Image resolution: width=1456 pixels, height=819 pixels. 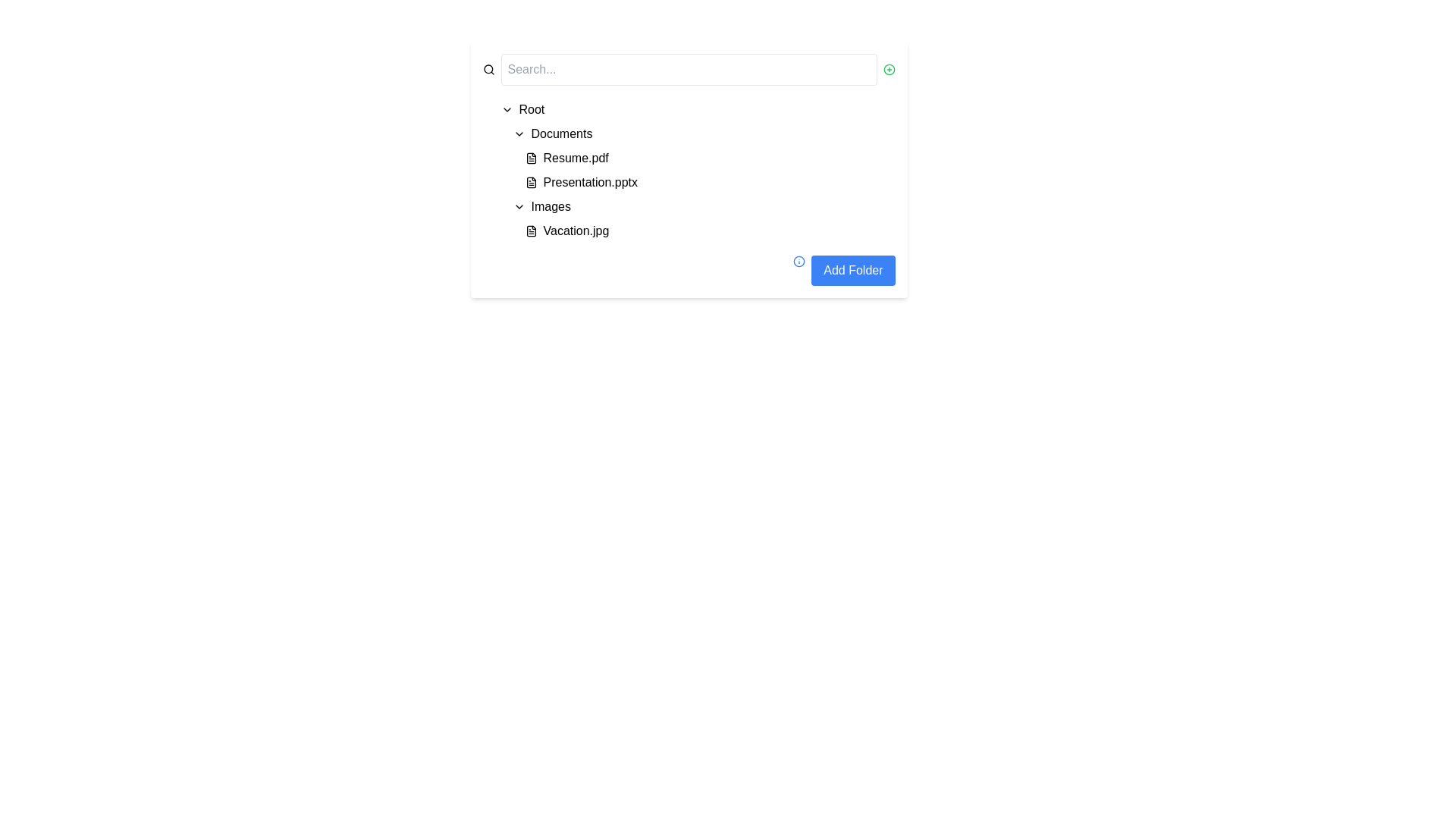 I want to click on to select the file entry named 'Presentation.pptx' located in the 'Documents' section, which is the second item in the folder navigation interface, so click(x=706, y=181).